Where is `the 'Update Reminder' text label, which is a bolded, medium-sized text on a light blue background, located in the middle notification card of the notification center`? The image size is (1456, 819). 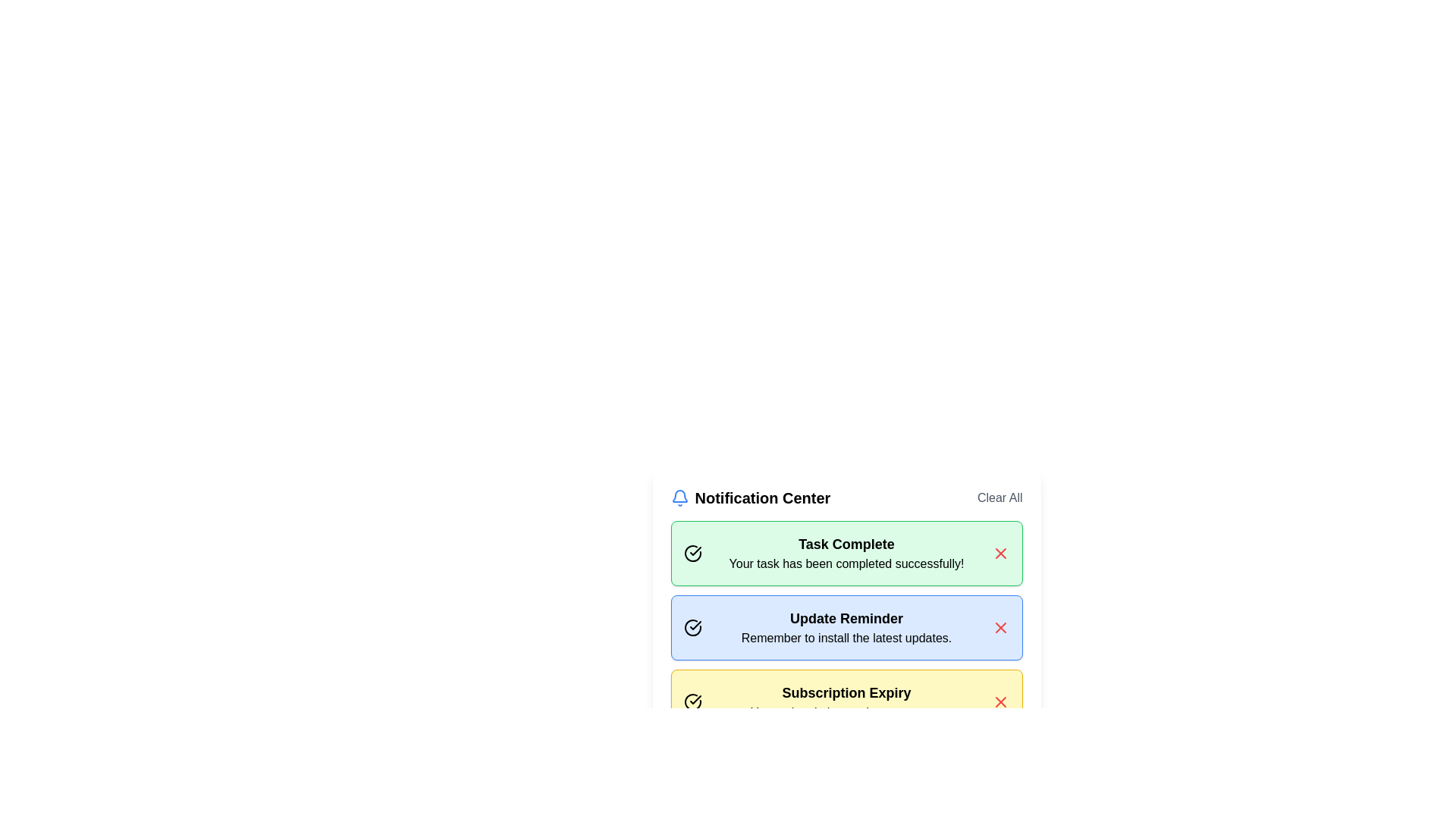 the 'Update Reminder' text label, which is a bolded, medium-sized text on a light blue background, located in the middle notification card of the notification center is located at coordinates (846, 619).